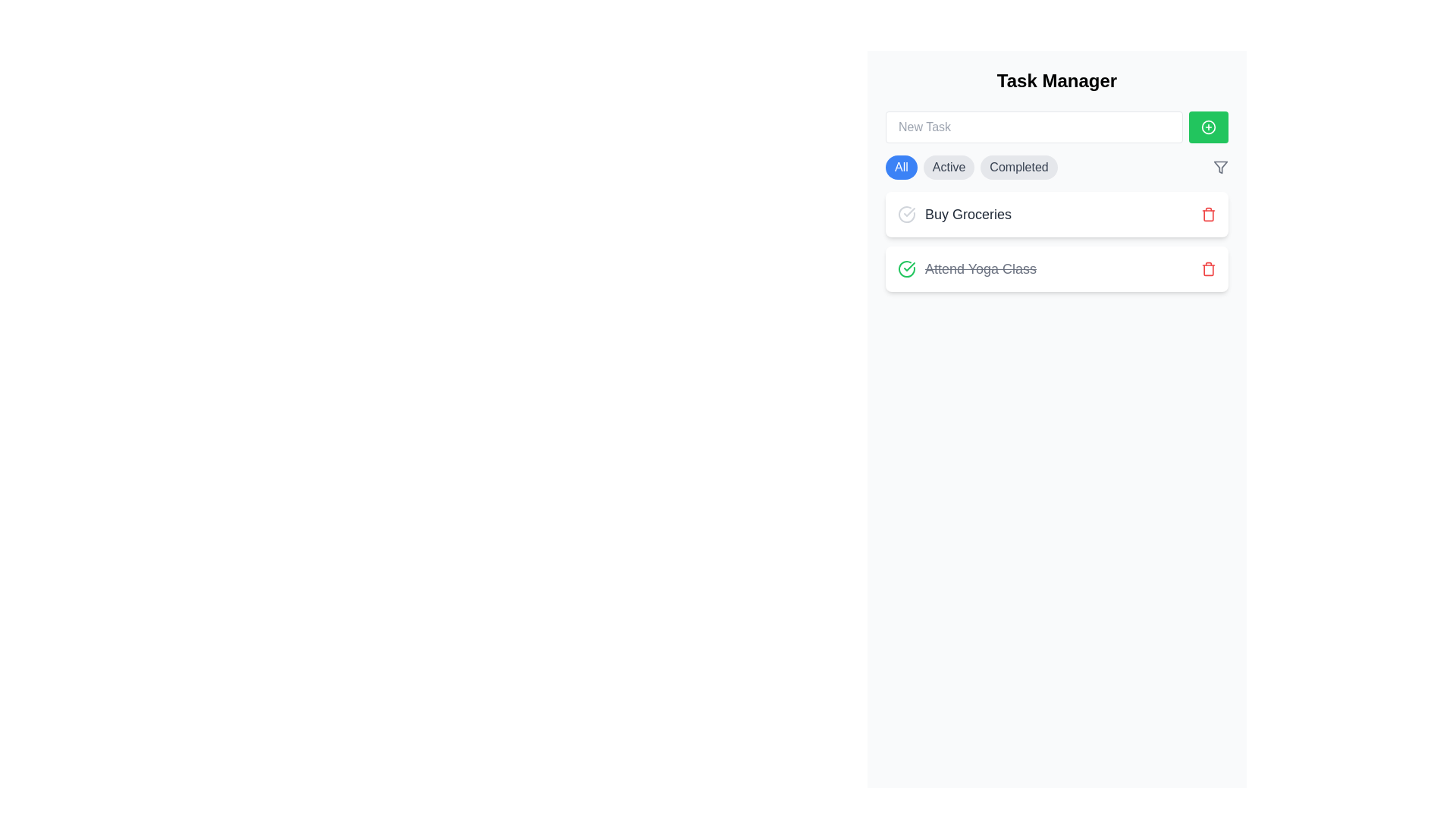 This screenshot has height=819, width=1456. What do you see at coordinates (971, 167) in the screenshot?
I see `the 'Completed' button in the group of selectable buttons functioning as filters` at bounding box center [971, 167].